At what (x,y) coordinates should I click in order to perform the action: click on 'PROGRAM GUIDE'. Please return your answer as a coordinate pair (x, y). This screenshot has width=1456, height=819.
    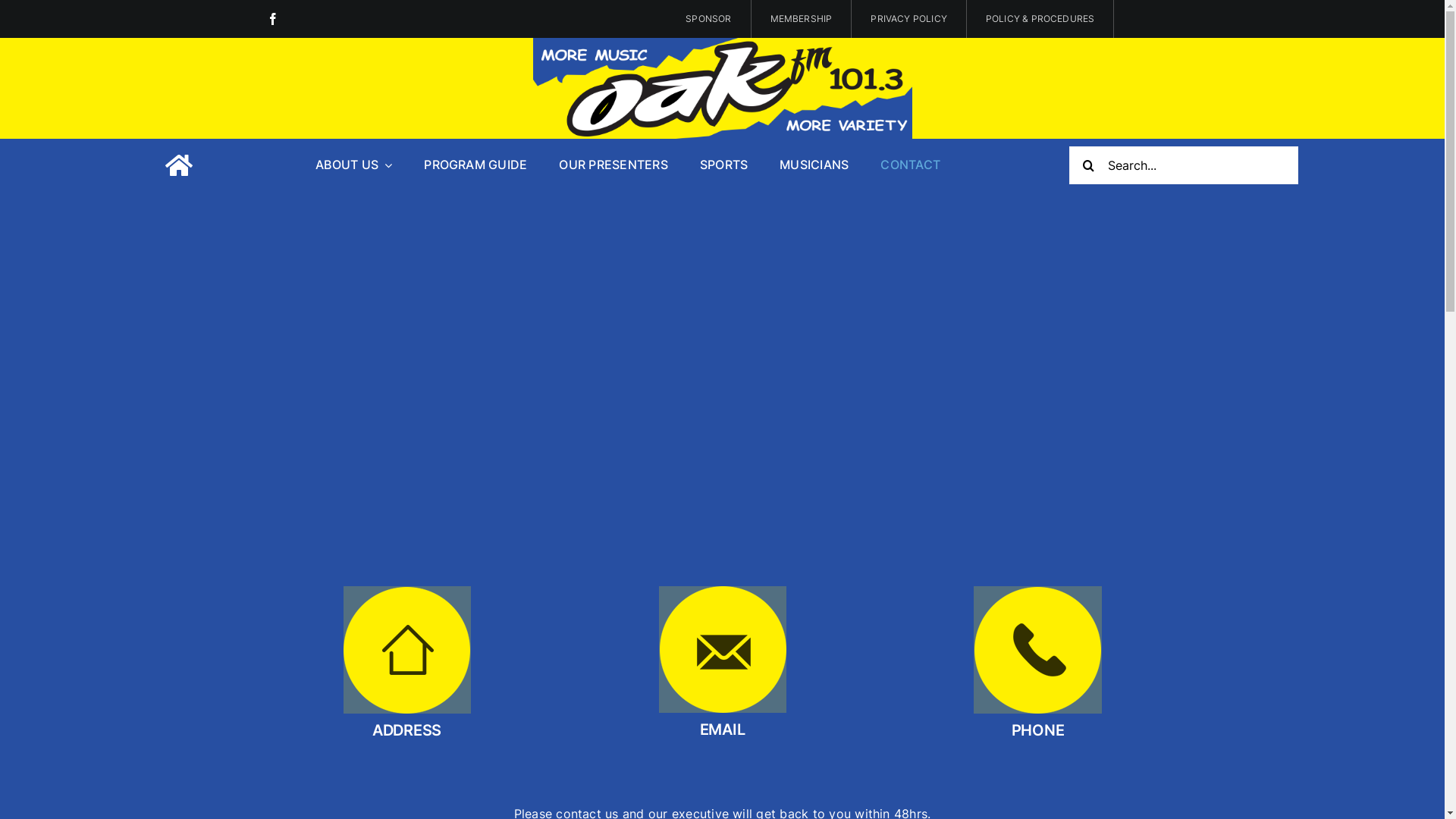
    Looking at the image, I should click on (475, 165).